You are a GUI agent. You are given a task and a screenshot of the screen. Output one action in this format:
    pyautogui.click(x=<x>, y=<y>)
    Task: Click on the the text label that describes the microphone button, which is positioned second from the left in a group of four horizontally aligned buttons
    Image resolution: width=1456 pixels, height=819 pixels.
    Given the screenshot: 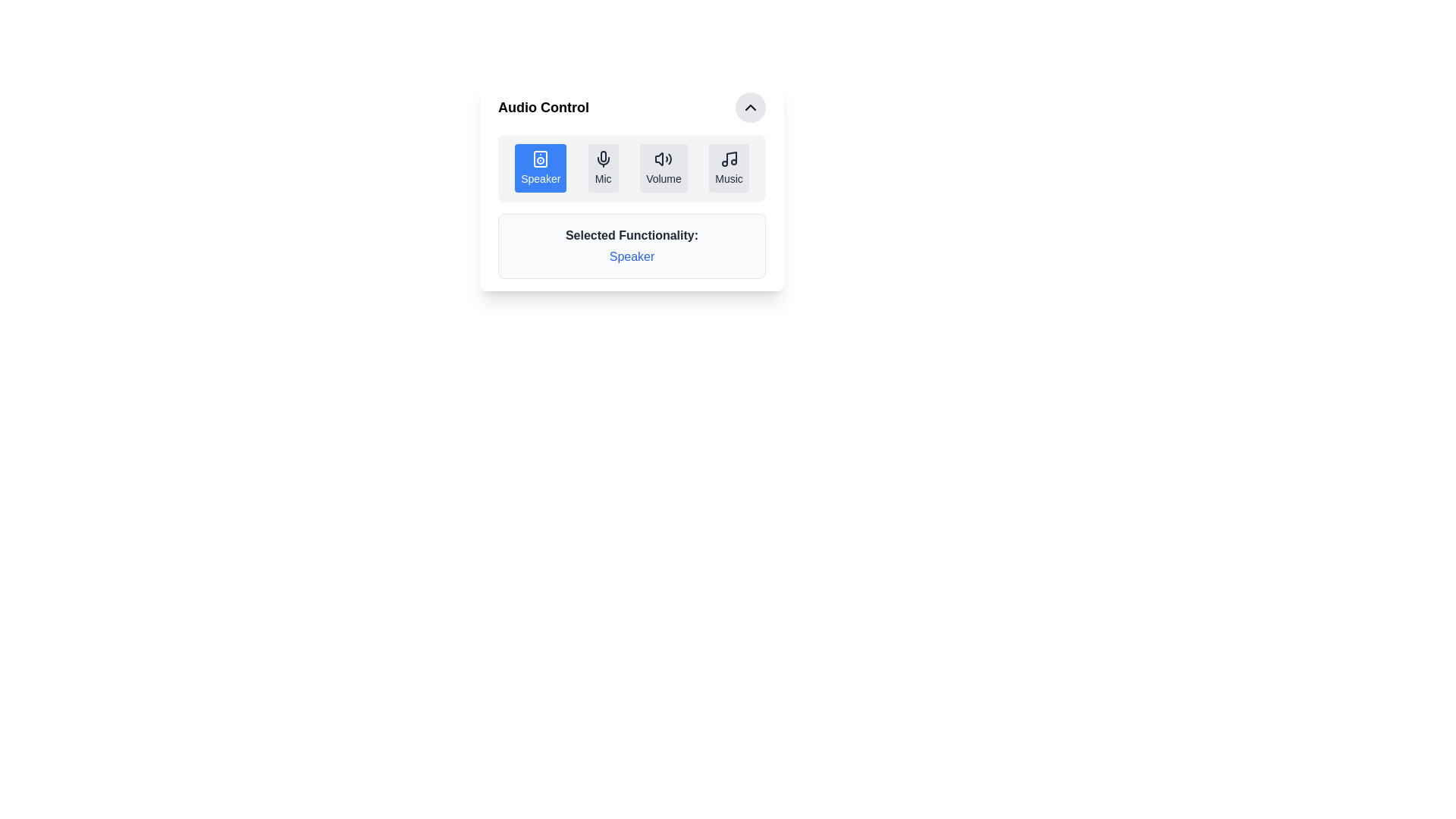 What is the action you would take?
    pyautogui.click(x=602, y=177)
    